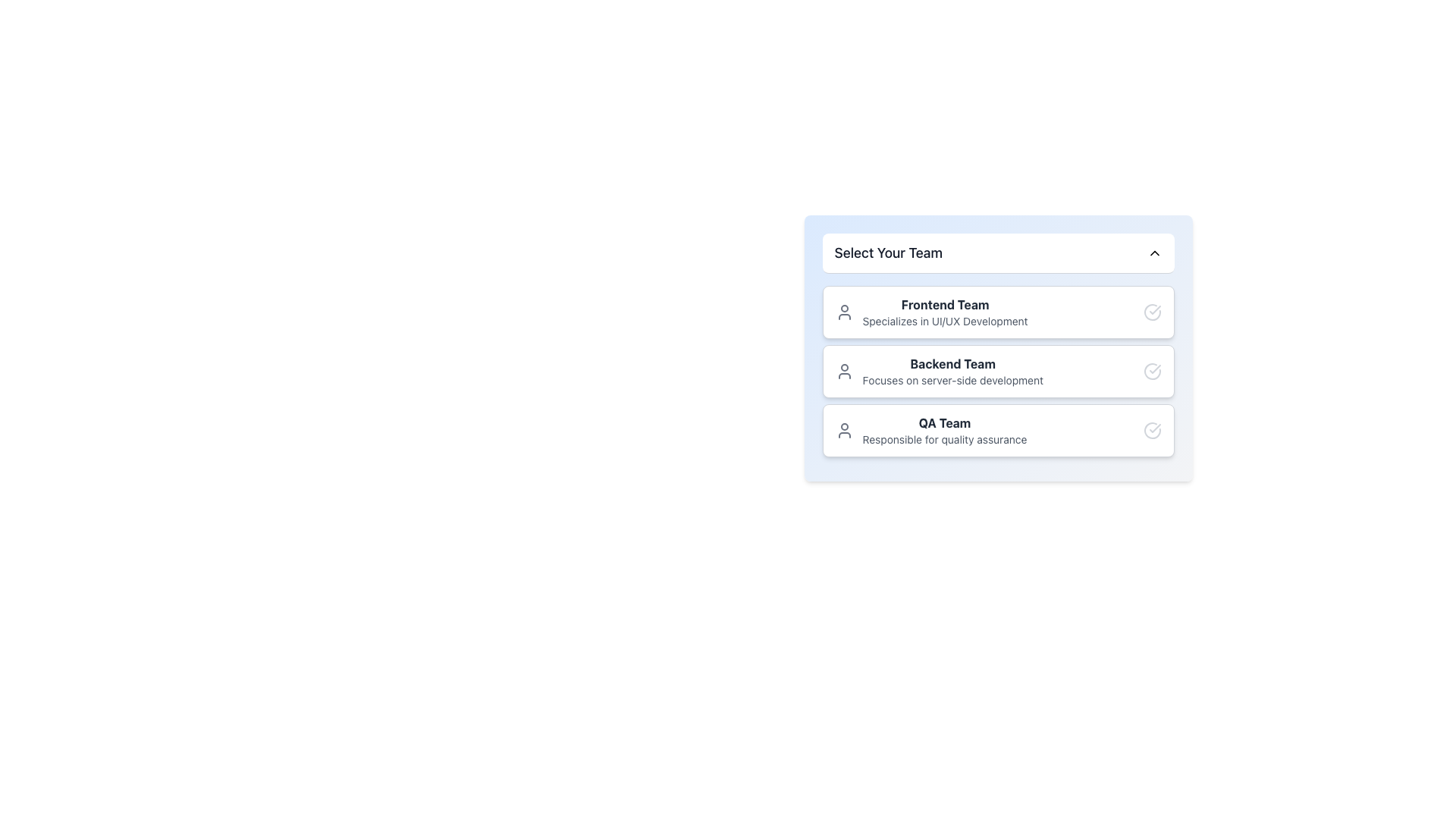 The width and height of the screenshot is (1456, 819). I want to click on the text block displaying 'Frontend Team' and 'Specializes in UI/UX Development', which is the first item in a vertical list of team options, so click(944, 312).